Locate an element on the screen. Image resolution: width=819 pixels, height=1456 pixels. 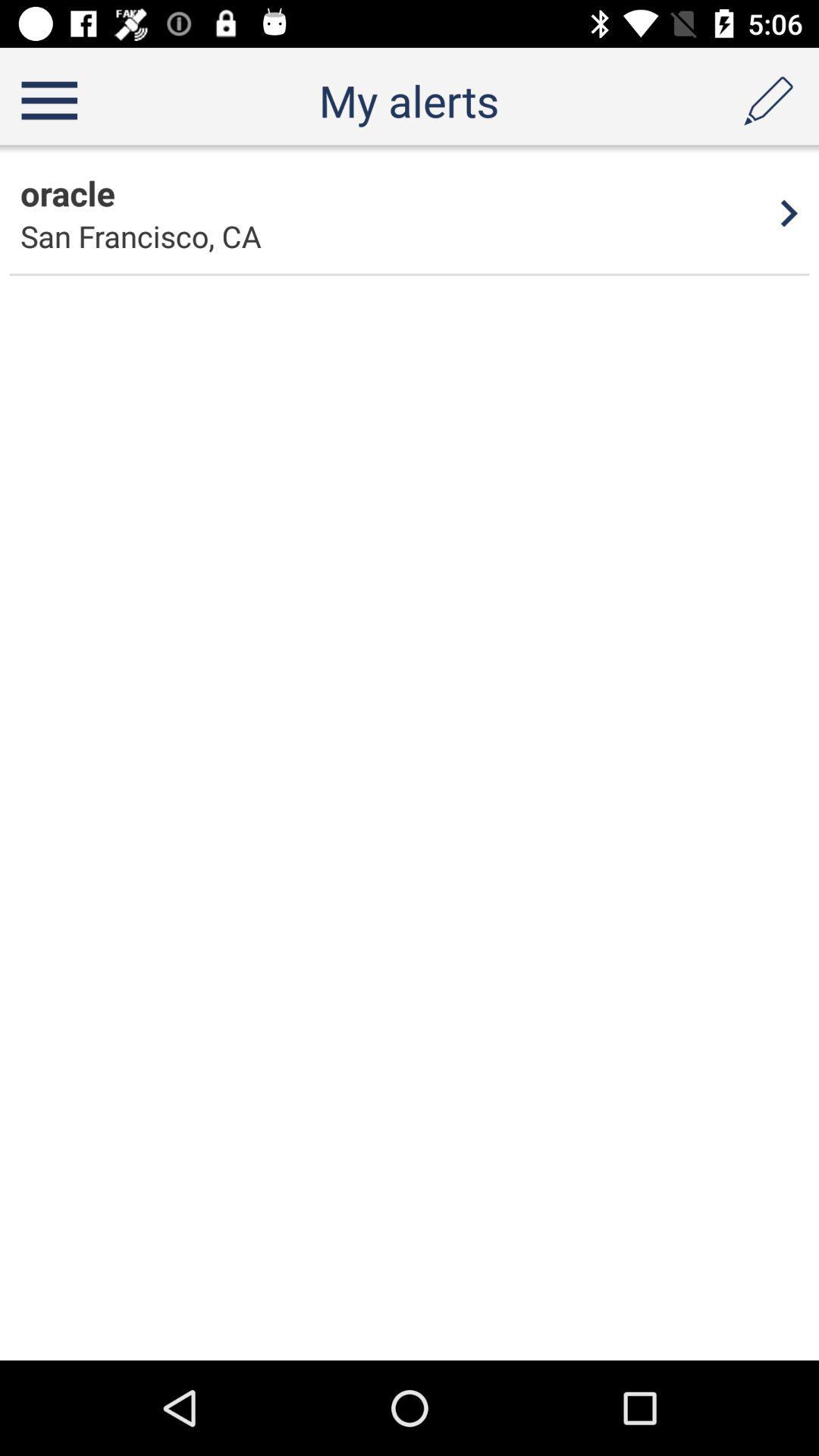
app next to the 4 item is located at coordinates (67, 192).